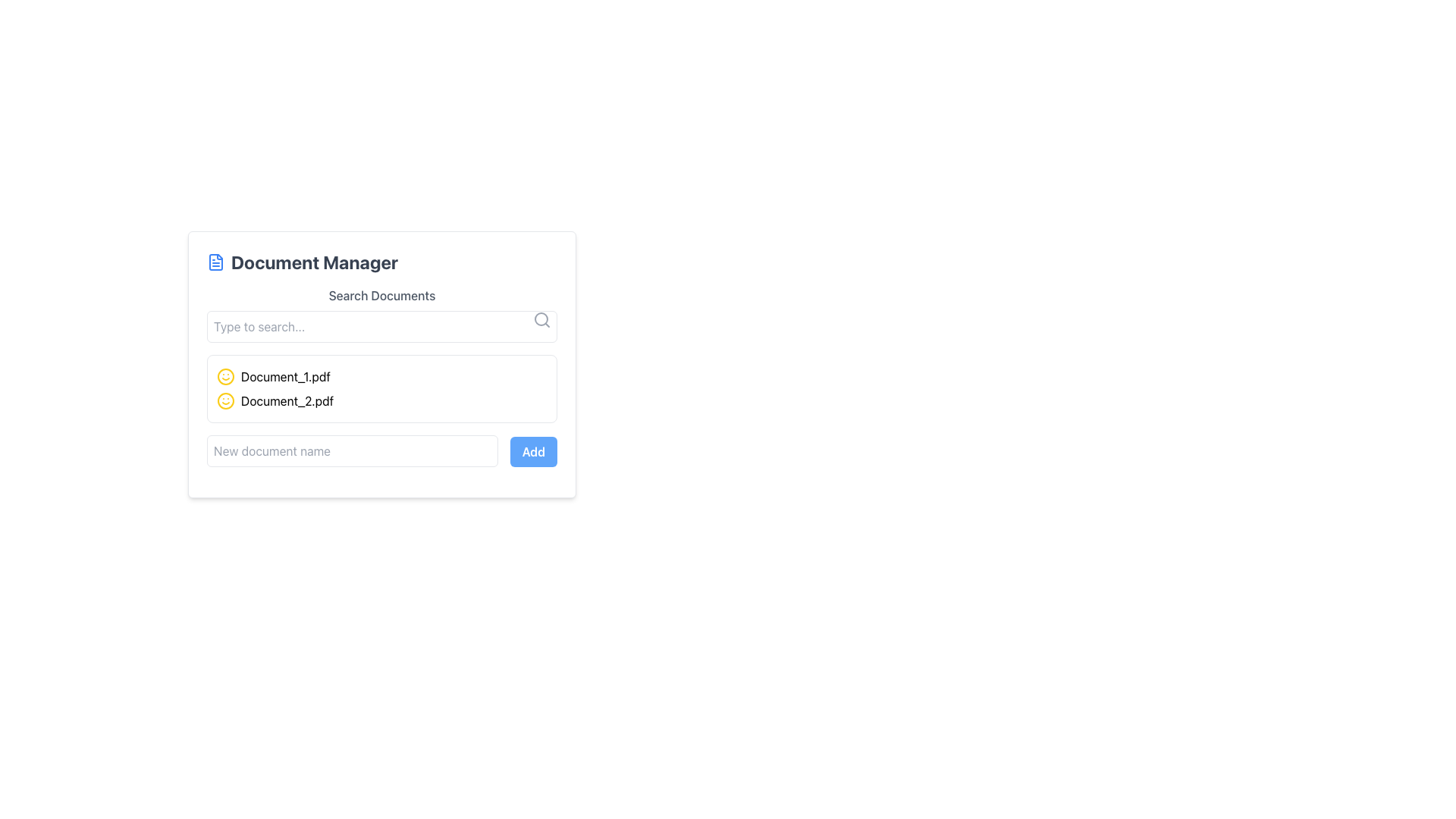 The image size is (1456, 819). I want to click on the icon representing the document entry titled 'Document_1.pdf', which is located at the top-left of the entry in the list, so click(224, 376).